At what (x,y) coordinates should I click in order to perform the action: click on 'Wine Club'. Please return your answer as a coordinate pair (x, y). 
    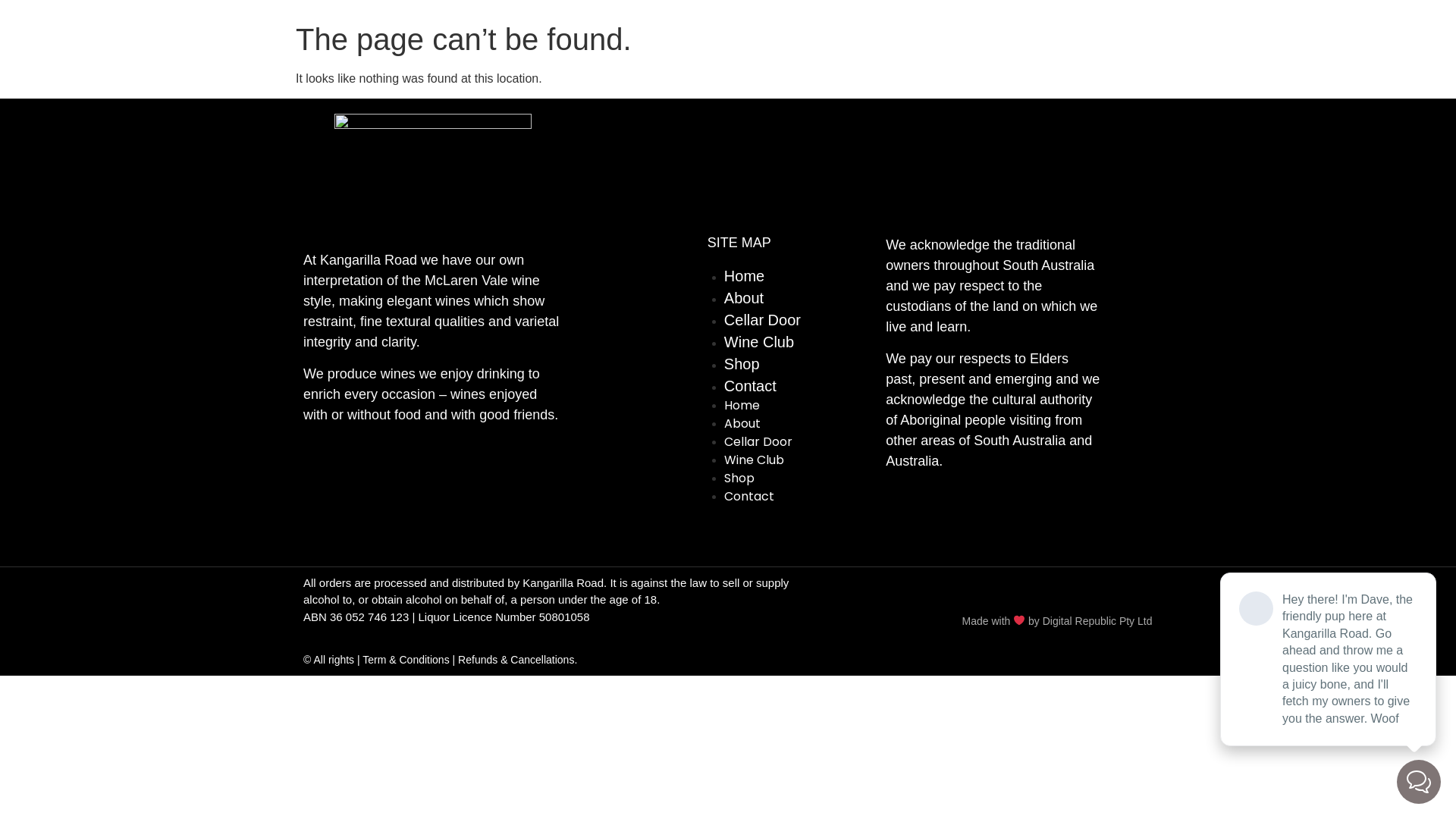
    Looking at the image, I should click on (754, 459).